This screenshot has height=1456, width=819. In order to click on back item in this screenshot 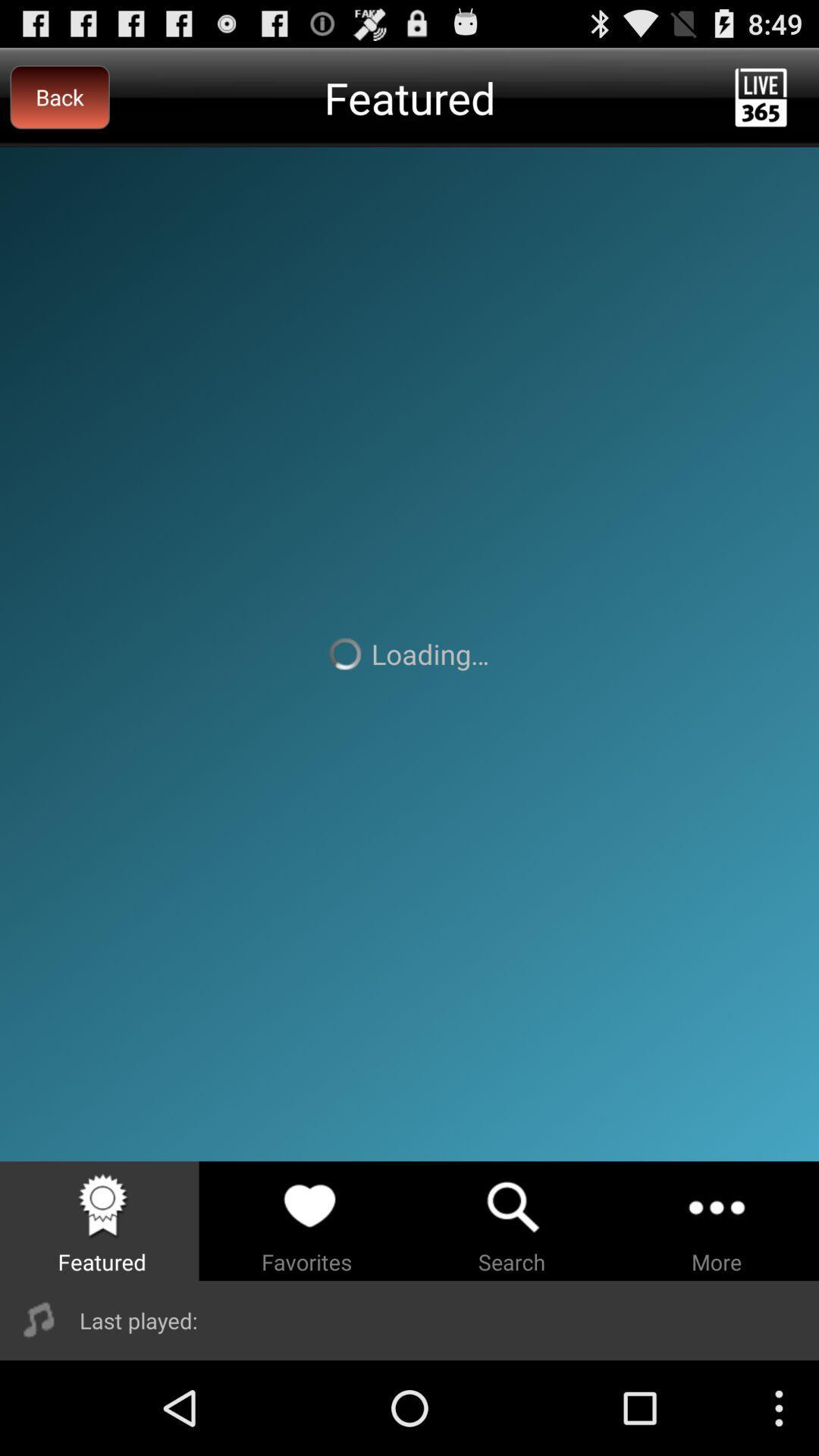, I will do `click(59, 96)`.